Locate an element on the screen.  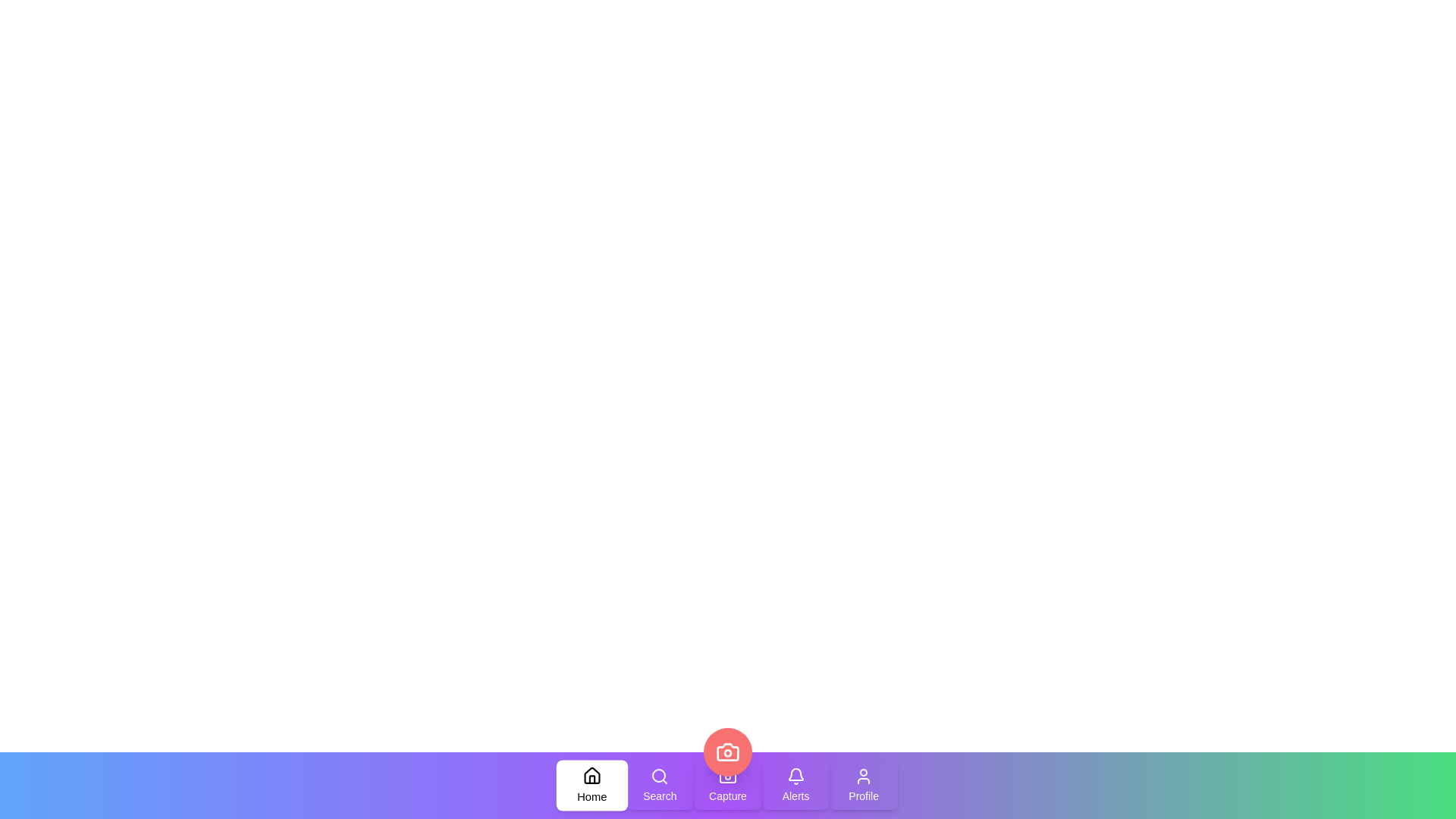
the camera button located at the center of the navigation bar is located at coordinates (728, 752).